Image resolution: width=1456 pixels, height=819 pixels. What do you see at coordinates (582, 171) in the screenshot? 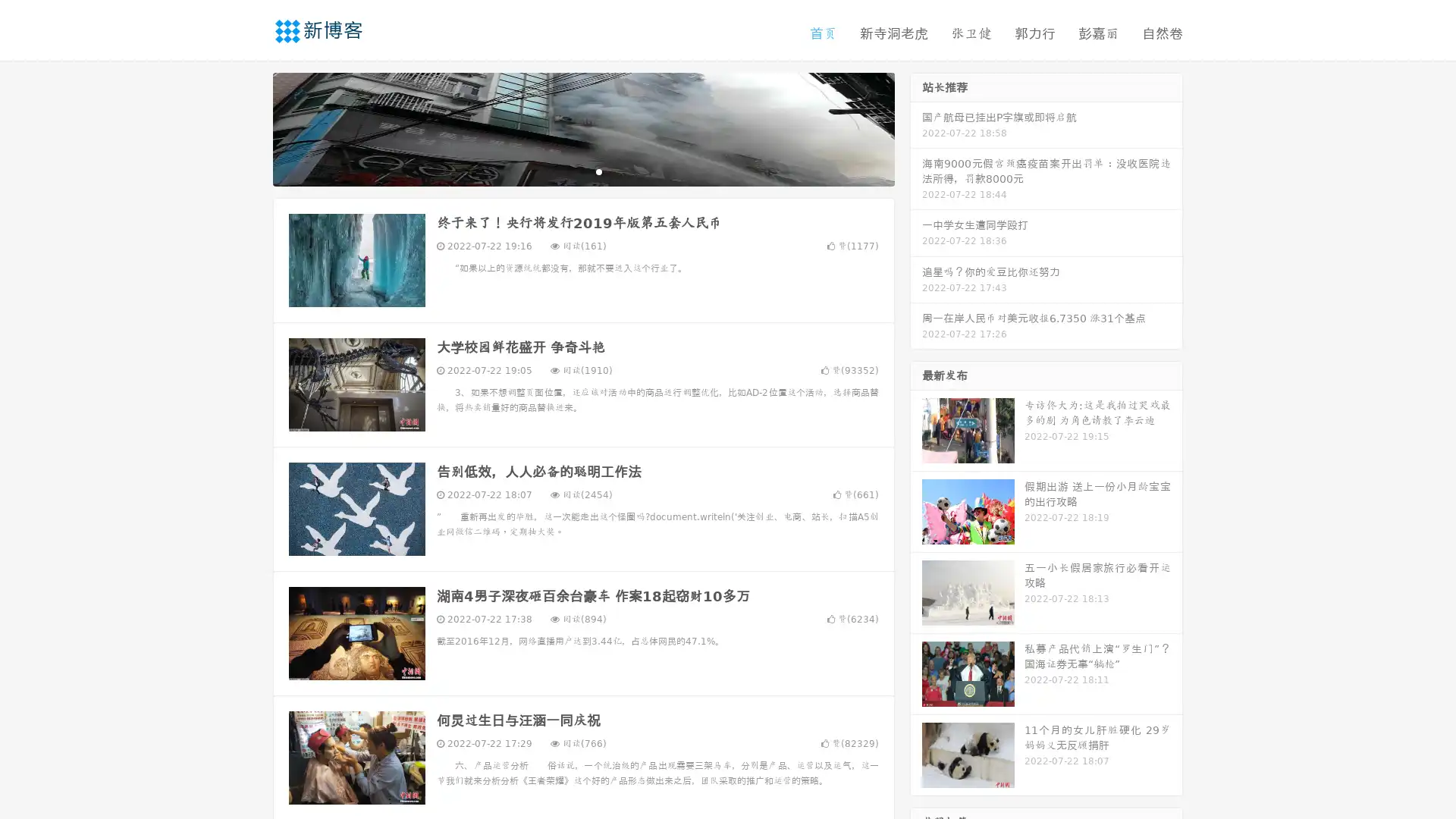
I see `Go to slide 2` at bounding box center [582, 171].